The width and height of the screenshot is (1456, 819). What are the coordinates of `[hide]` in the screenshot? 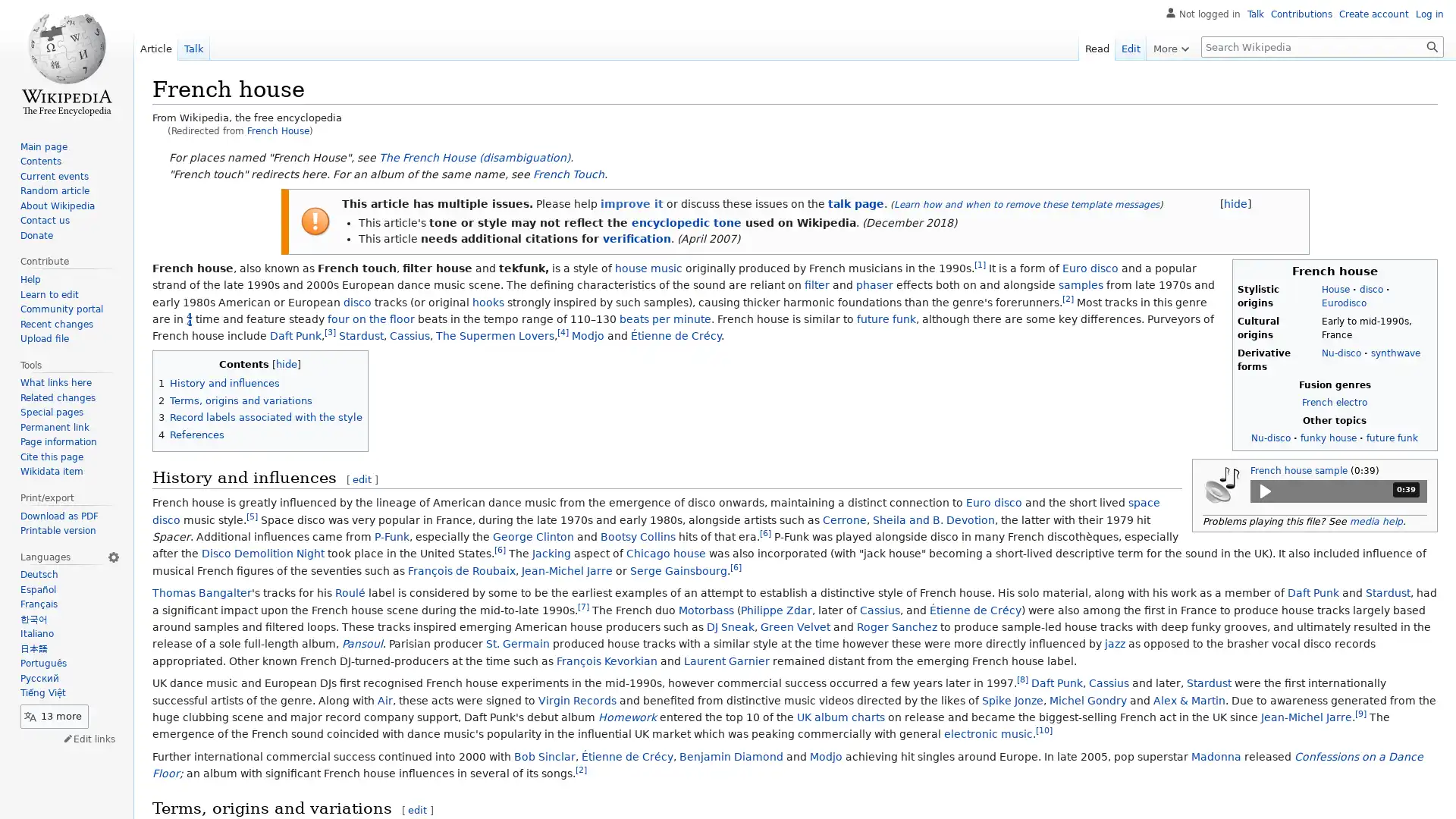 It's located at (1235, 202).